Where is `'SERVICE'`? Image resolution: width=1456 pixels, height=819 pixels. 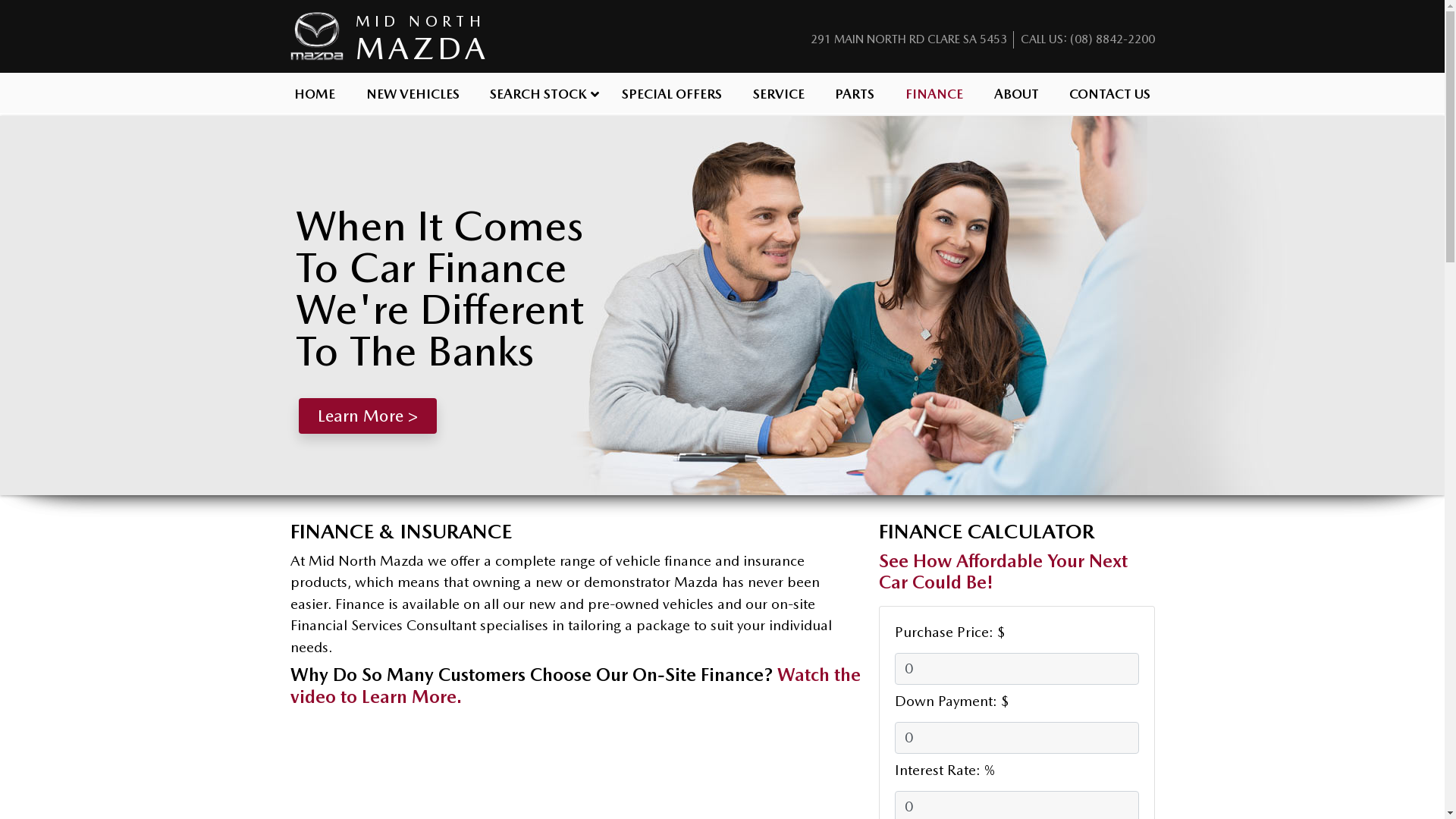 'SERVICE' is located at coordinates (778, 93).